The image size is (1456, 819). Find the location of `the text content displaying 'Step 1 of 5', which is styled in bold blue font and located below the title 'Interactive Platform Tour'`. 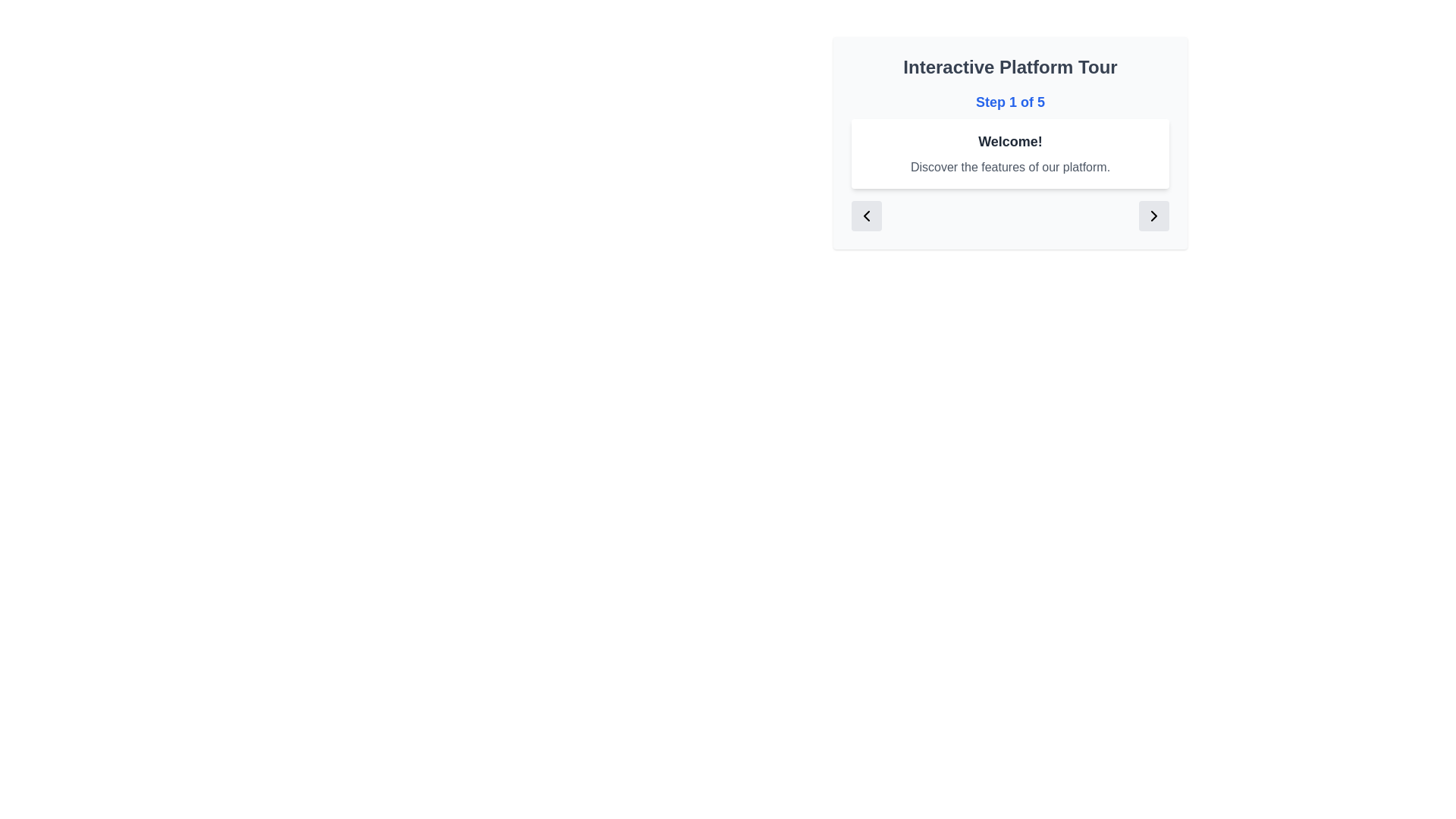

the text content displaying 'Step 1 of 5', which is styled in bold blue font and located below the title 'Interactive Platform Tour' is located at coordinates (1010, 102).